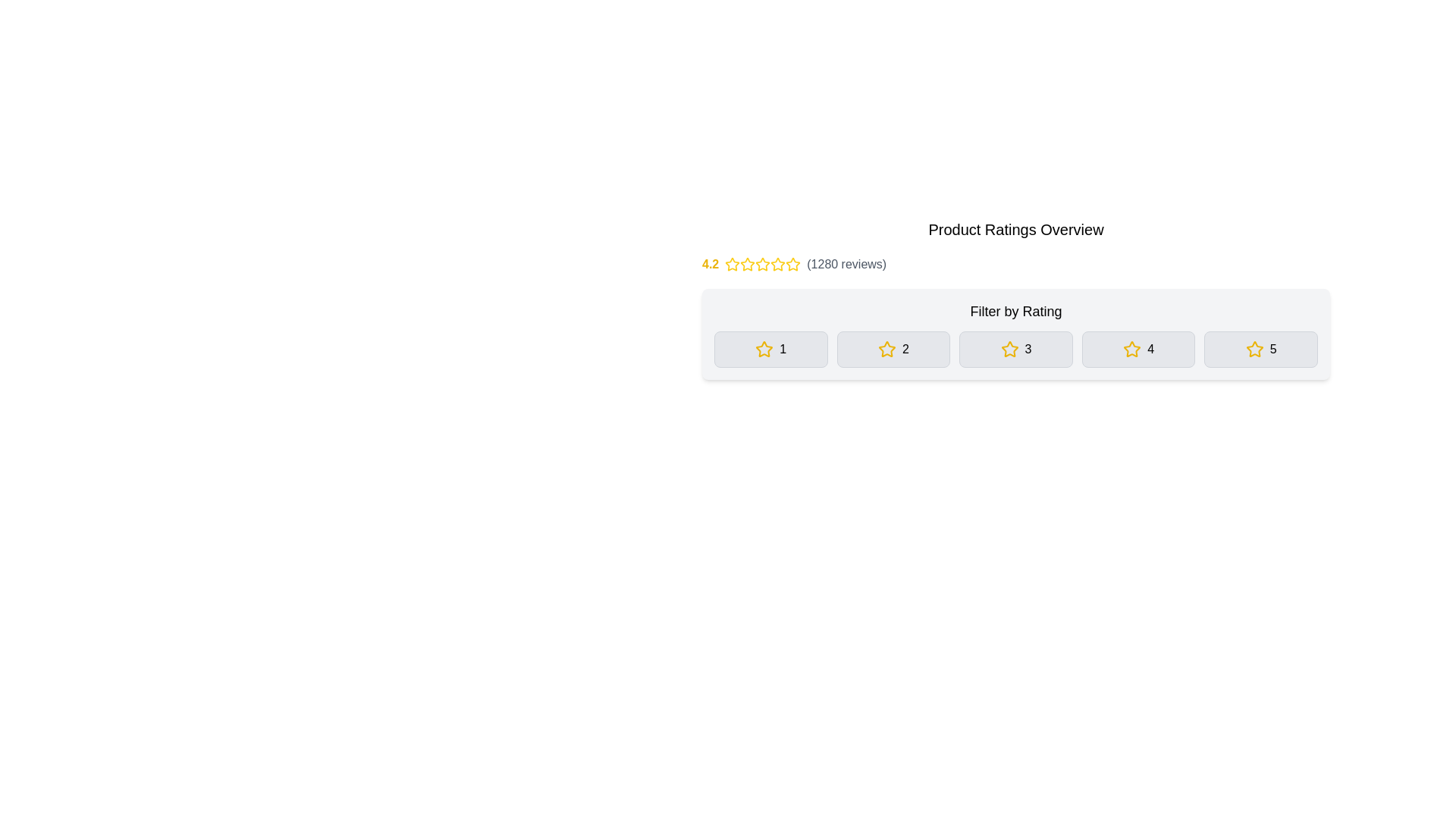 This screenshot has height=819, width=1456. What do you see at coordinates (1254, 349) in the screenshot?
I see `the fifth hollow star icon in the 'Filter by Rating' section to trigger a tooltip or highlight effect` at bounding box center [1254, 349].